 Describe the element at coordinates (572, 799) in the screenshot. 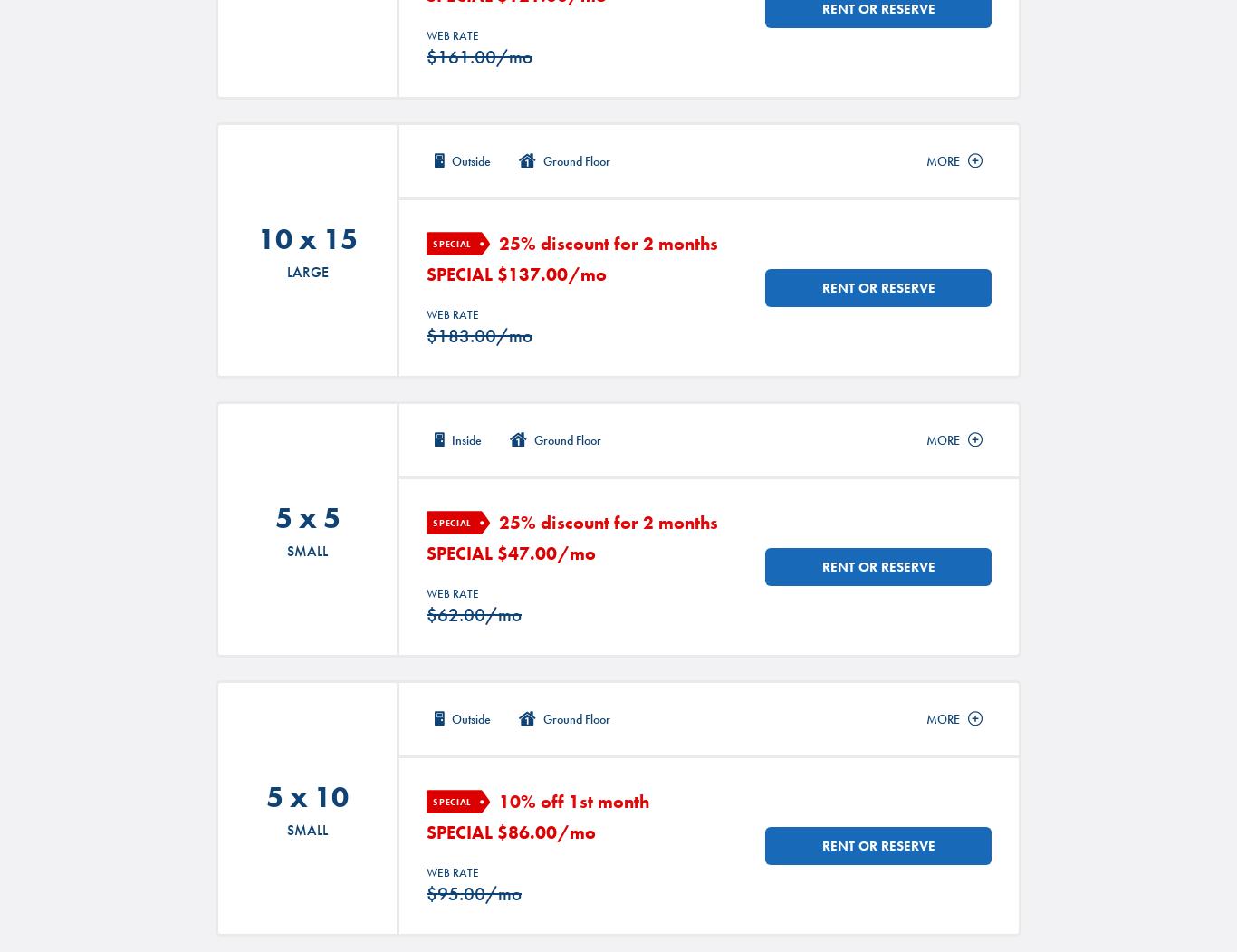

I see `'10% off 1st month'` at that location.